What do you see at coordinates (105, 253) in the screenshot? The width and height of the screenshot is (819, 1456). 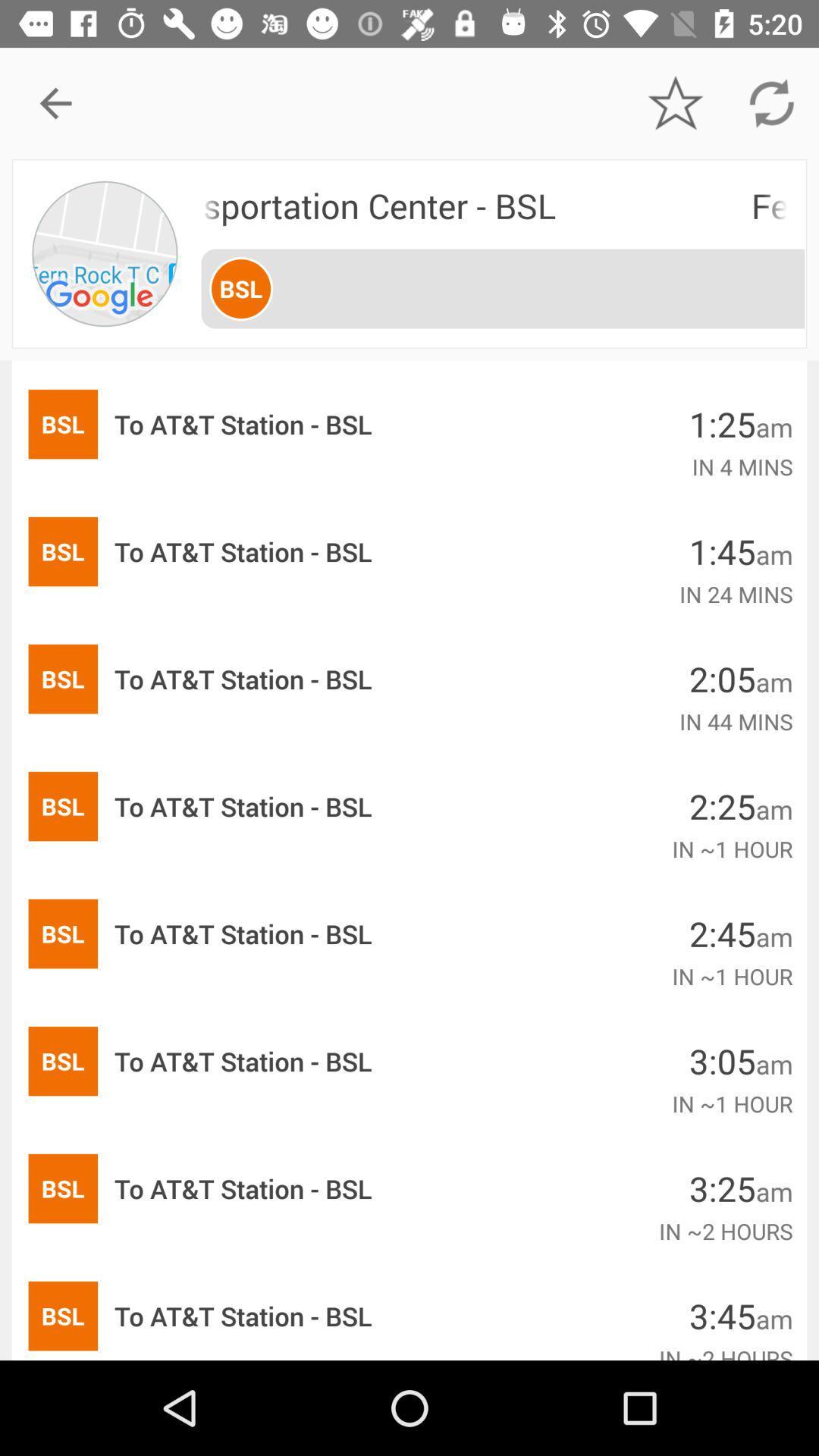 I see `the icon next to the fern rock transportation icon` at bounding box center [105, 253].